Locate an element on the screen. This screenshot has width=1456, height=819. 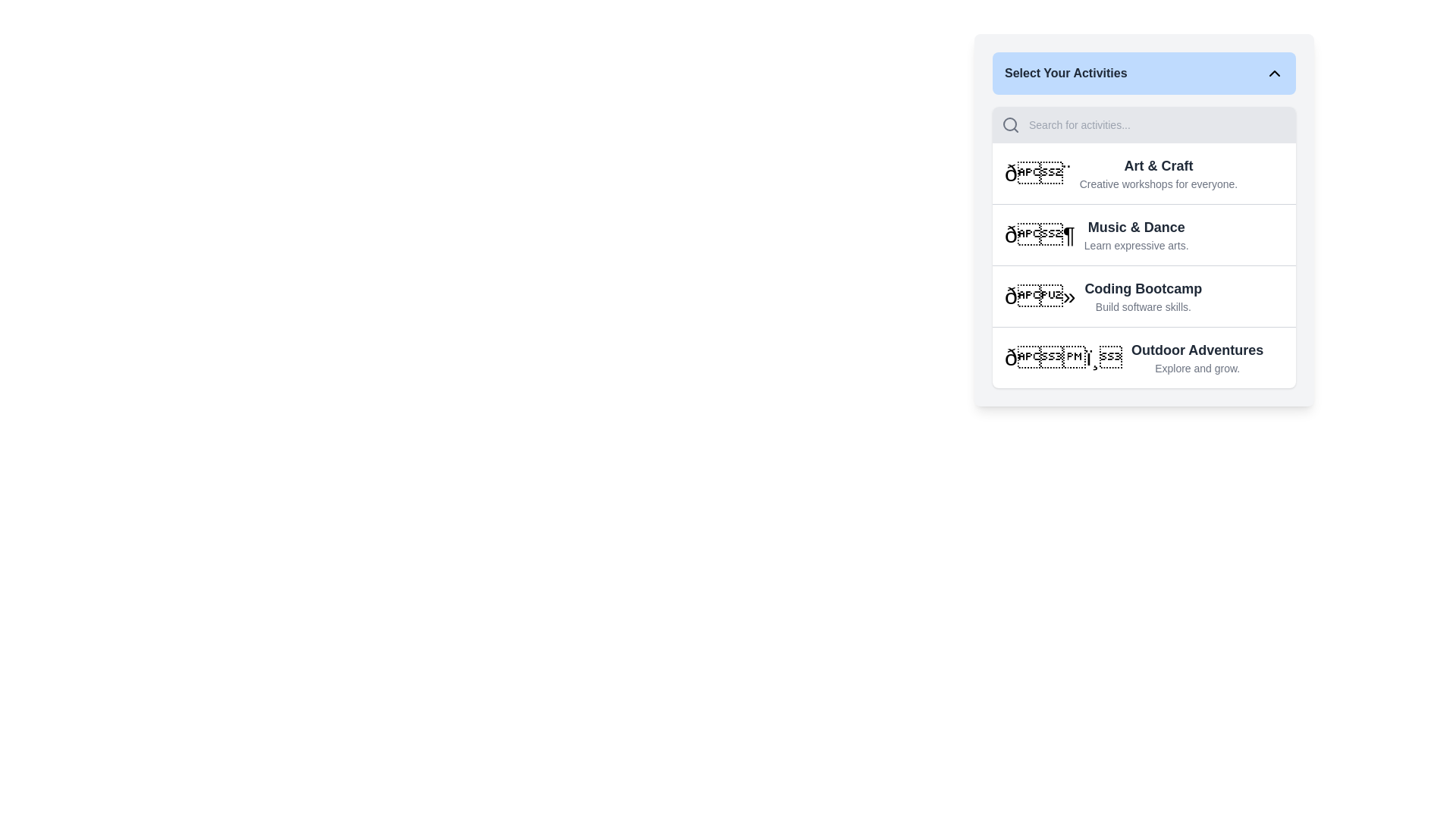
the list item with the bold text 'Outdoor Adventures' located in the bottom section of the vertical list under 'Select Your Activities.' is located at coordinates (1144, 357).